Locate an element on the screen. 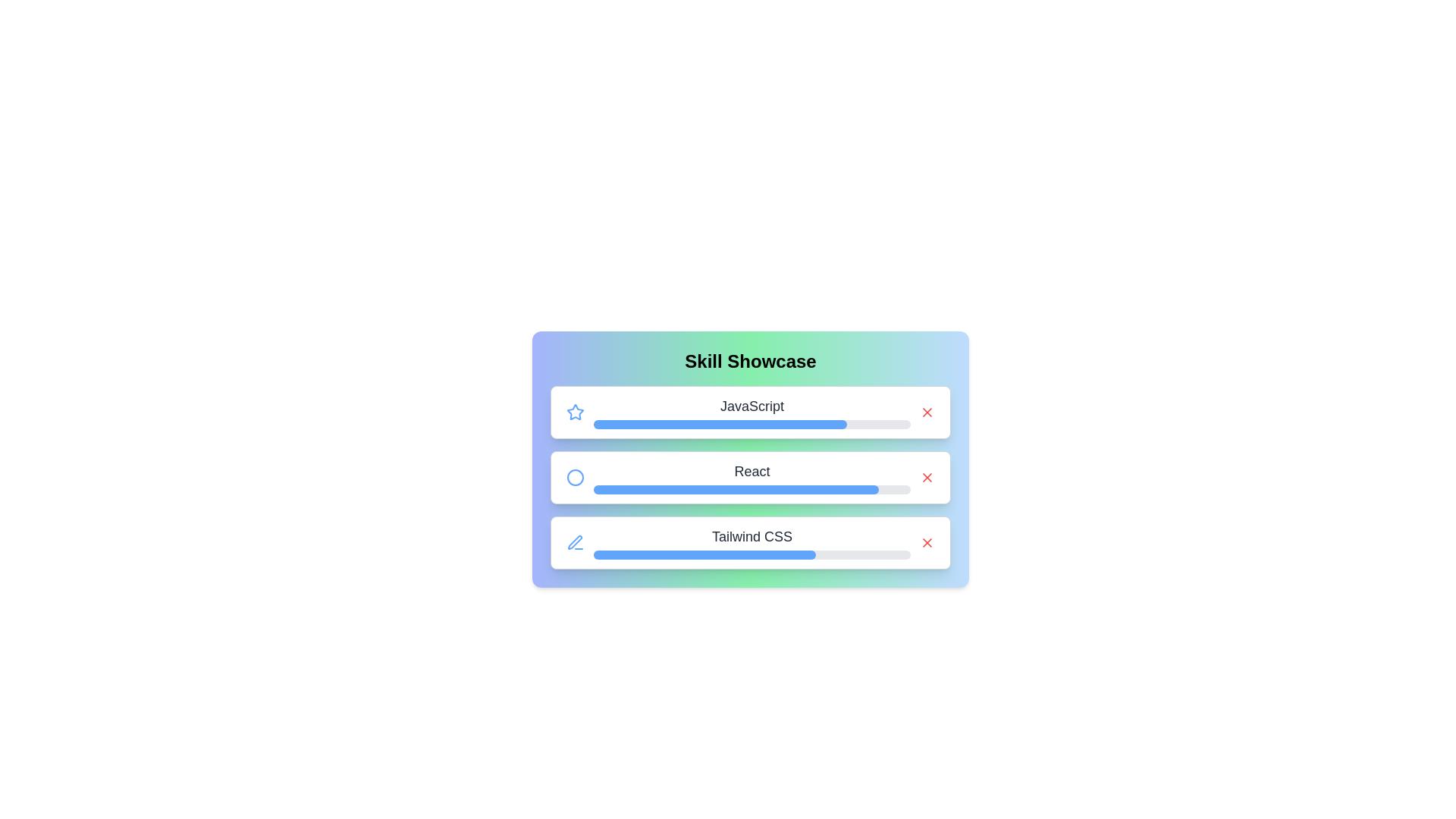 The image size is (1456, 819). remove button for the skill React is located at coordinates (927, 476).